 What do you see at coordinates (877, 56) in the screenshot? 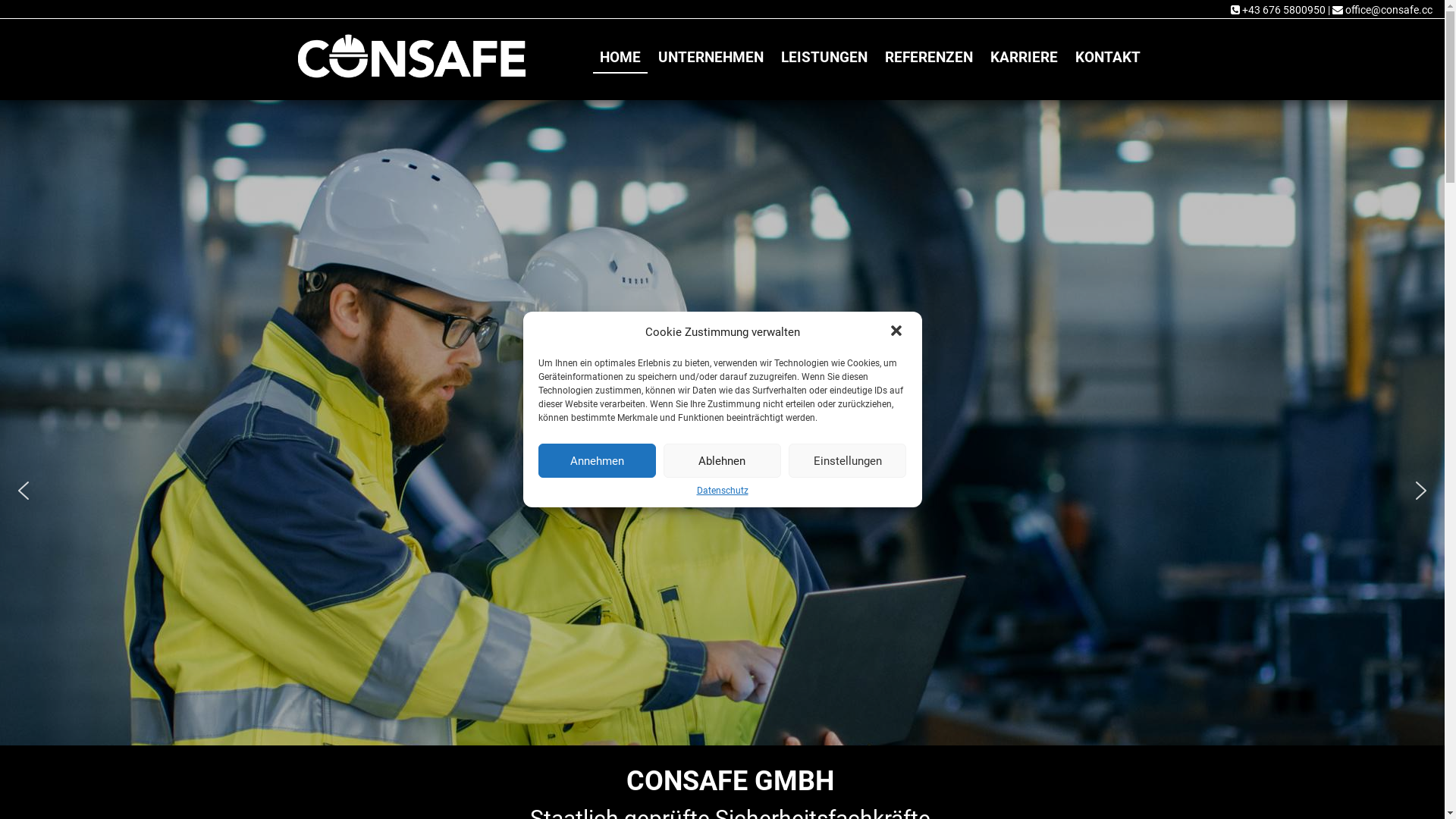
I see `'REFERENZEN'` at bounding box center [877, 56].